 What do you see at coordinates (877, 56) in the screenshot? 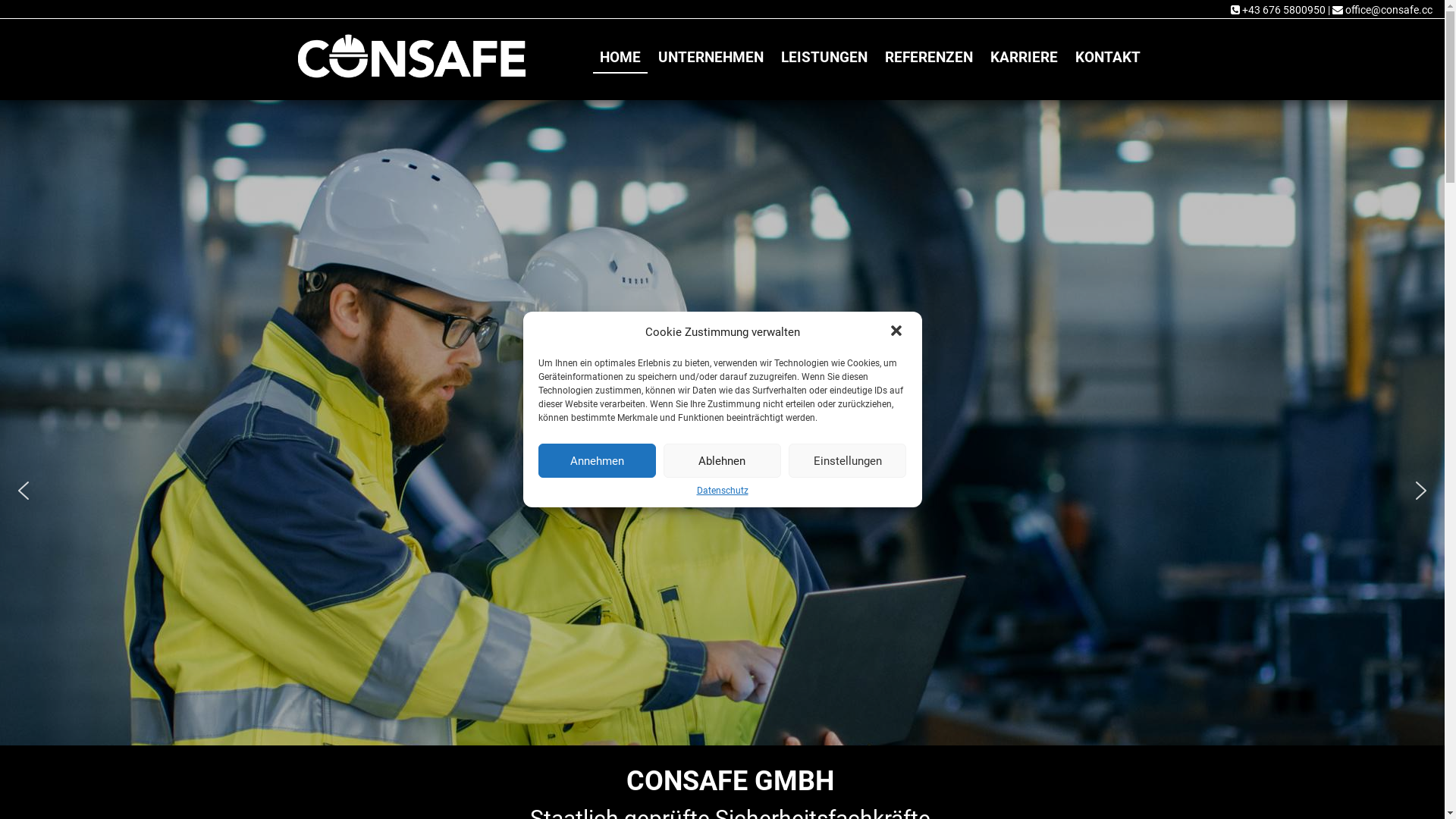
I see `'REFERENZEN'` at bounding box center [877, 56].